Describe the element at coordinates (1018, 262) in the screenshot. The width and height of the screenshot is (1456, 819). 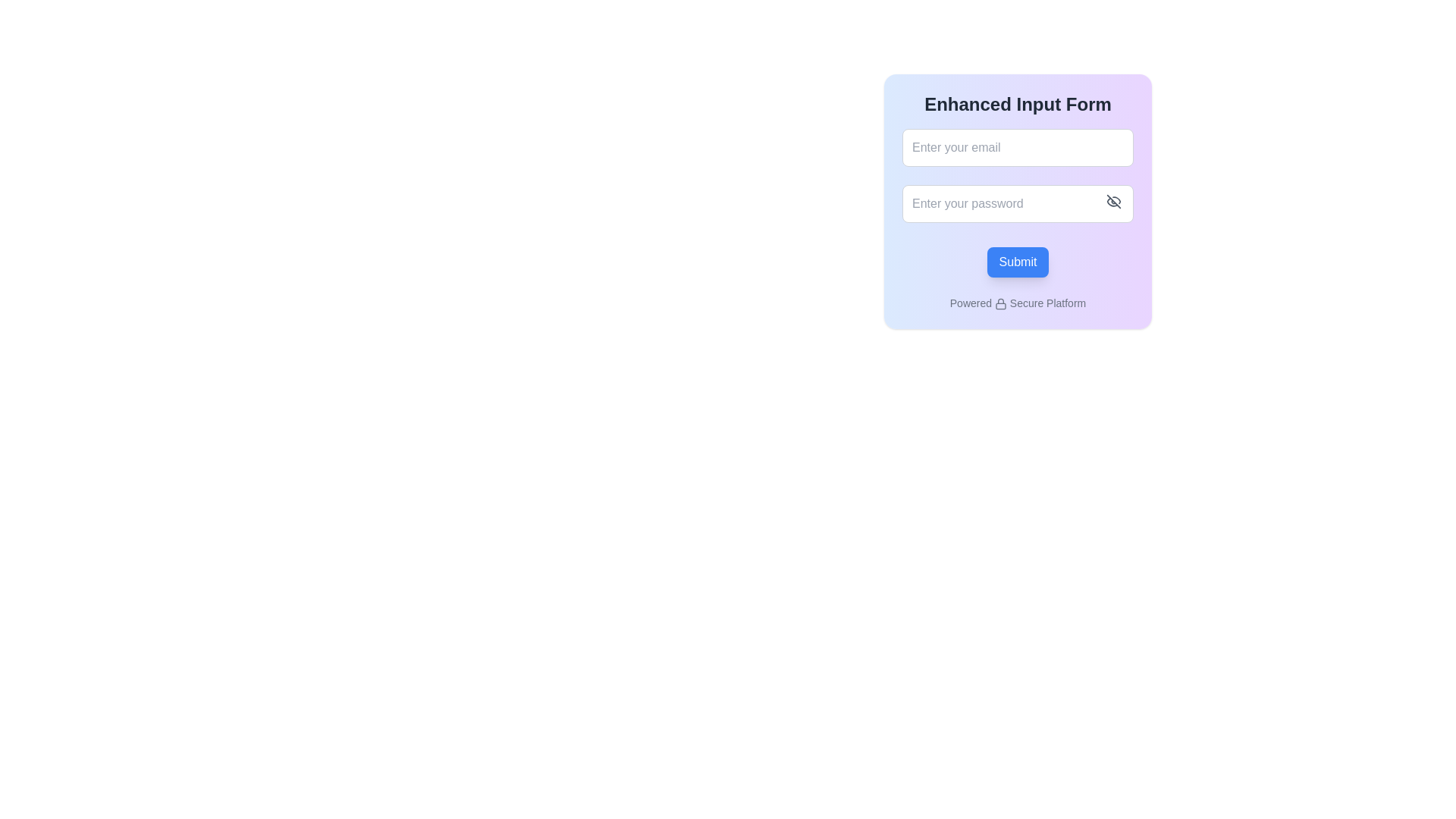
I see `the 'Submit' button with a blue background and white text` at that location.